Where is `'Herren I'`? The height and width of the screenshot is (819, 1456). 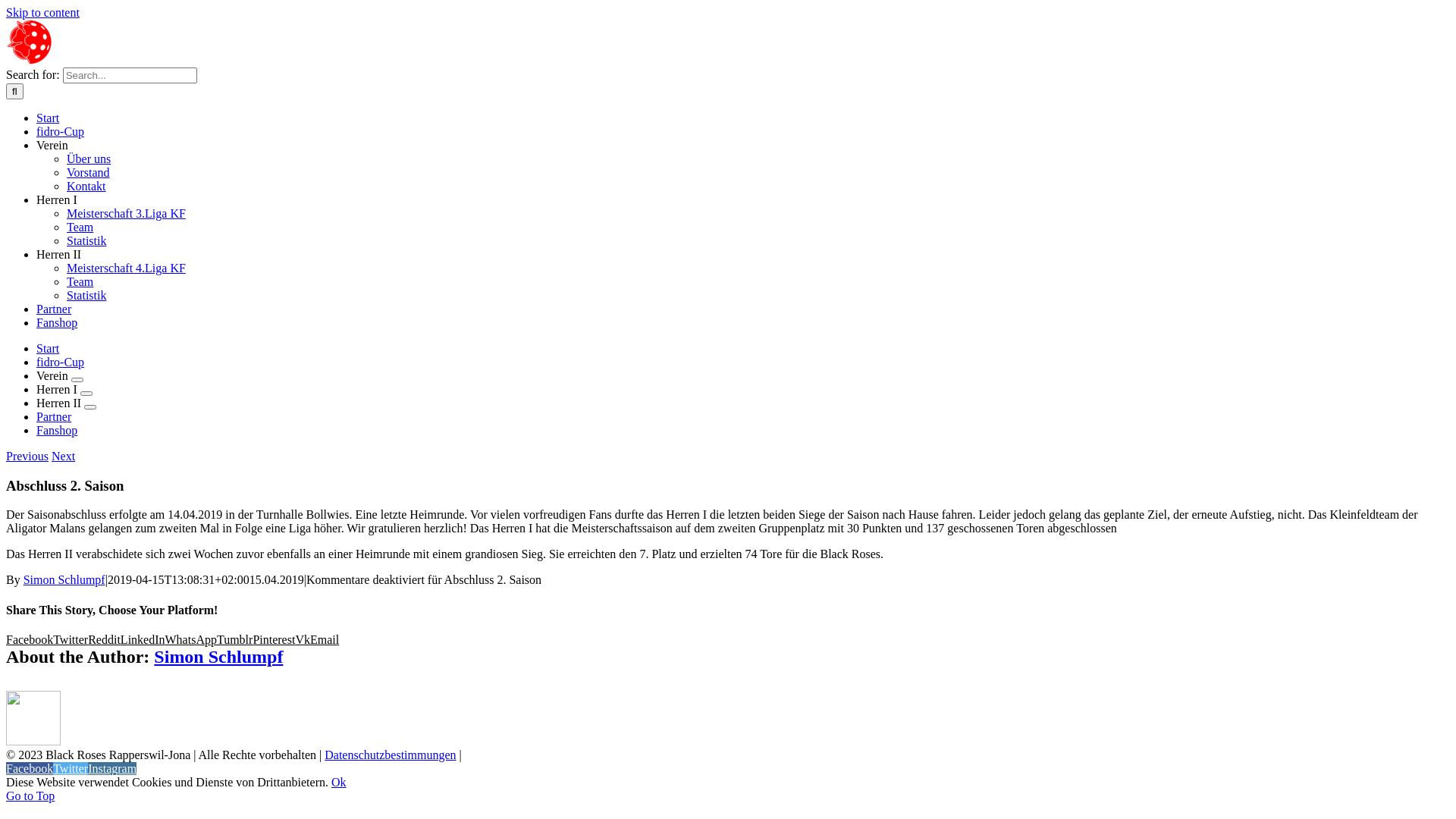 'Herren I' is located at coordinates (58, 388).